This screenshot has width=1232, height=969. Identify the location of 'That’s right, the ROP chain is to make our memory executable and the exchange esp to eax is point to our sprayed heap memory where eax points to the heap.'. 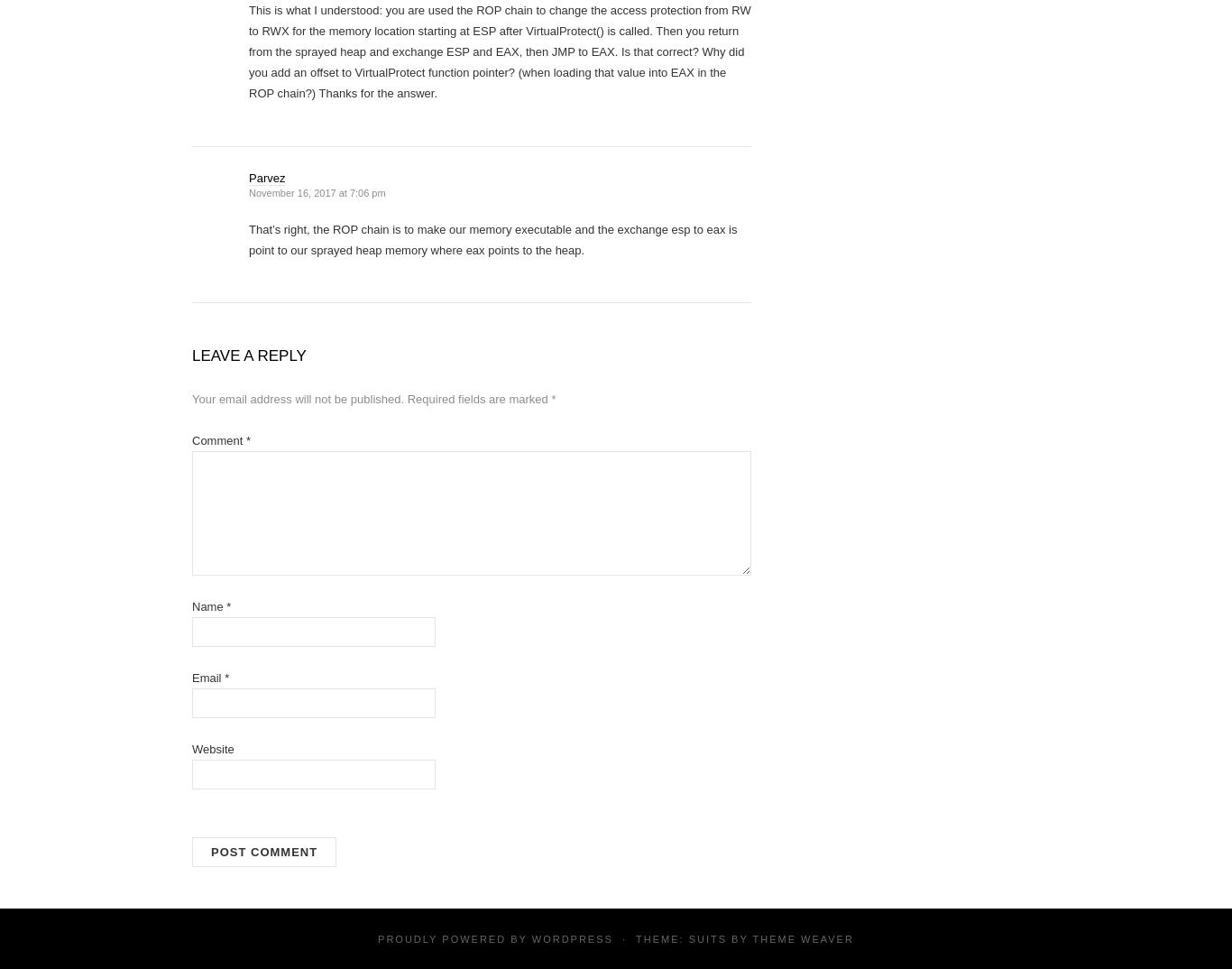
(492, 239).